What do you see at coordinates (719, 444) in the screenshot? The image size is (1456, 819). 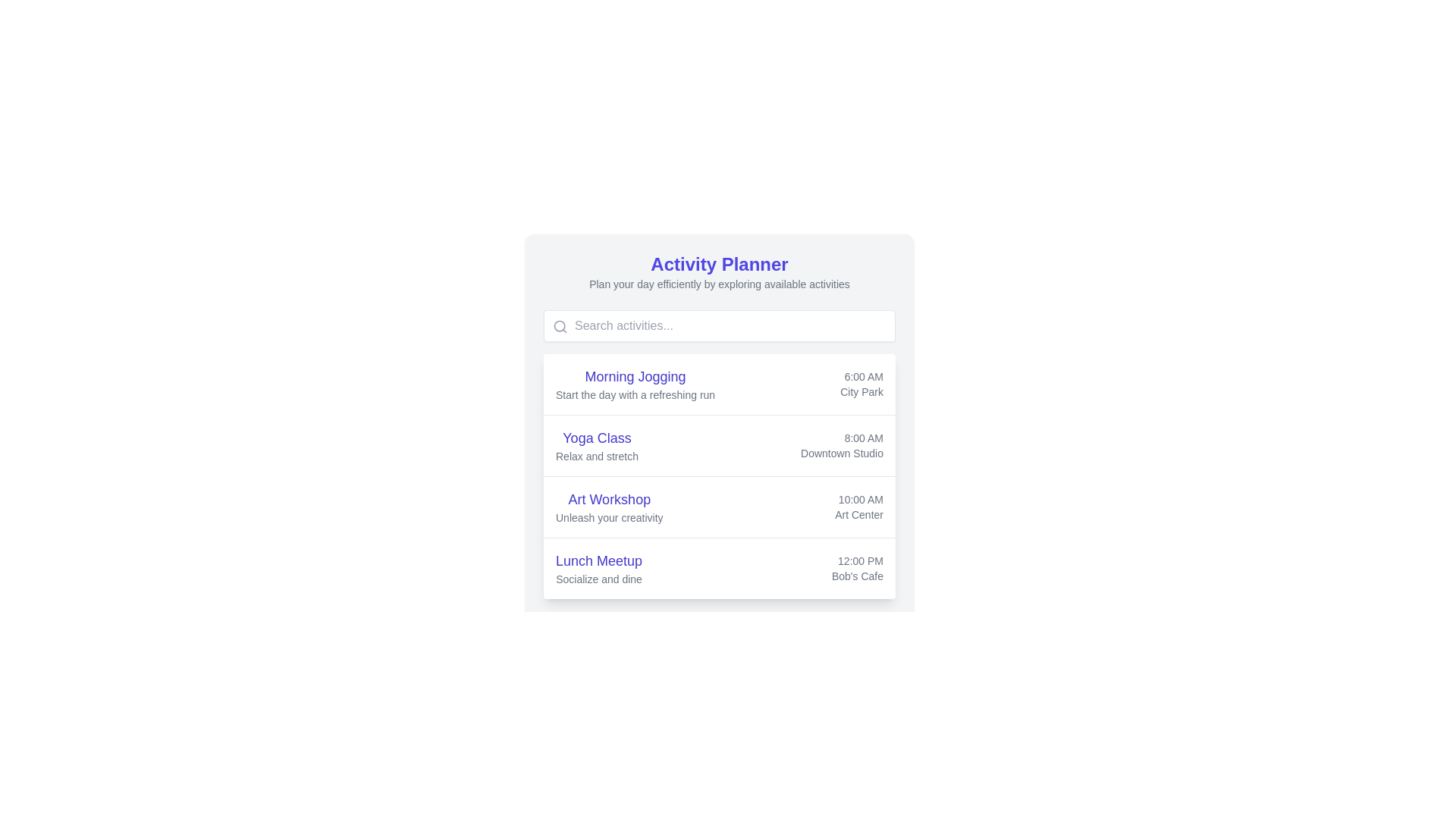 I see `the List item displaying the yoga class description, which includes the class name in bold indigo blue, a brief description in smaller gray font, and the time and location aligned to the right in gray` at bounding box center [719, 444].